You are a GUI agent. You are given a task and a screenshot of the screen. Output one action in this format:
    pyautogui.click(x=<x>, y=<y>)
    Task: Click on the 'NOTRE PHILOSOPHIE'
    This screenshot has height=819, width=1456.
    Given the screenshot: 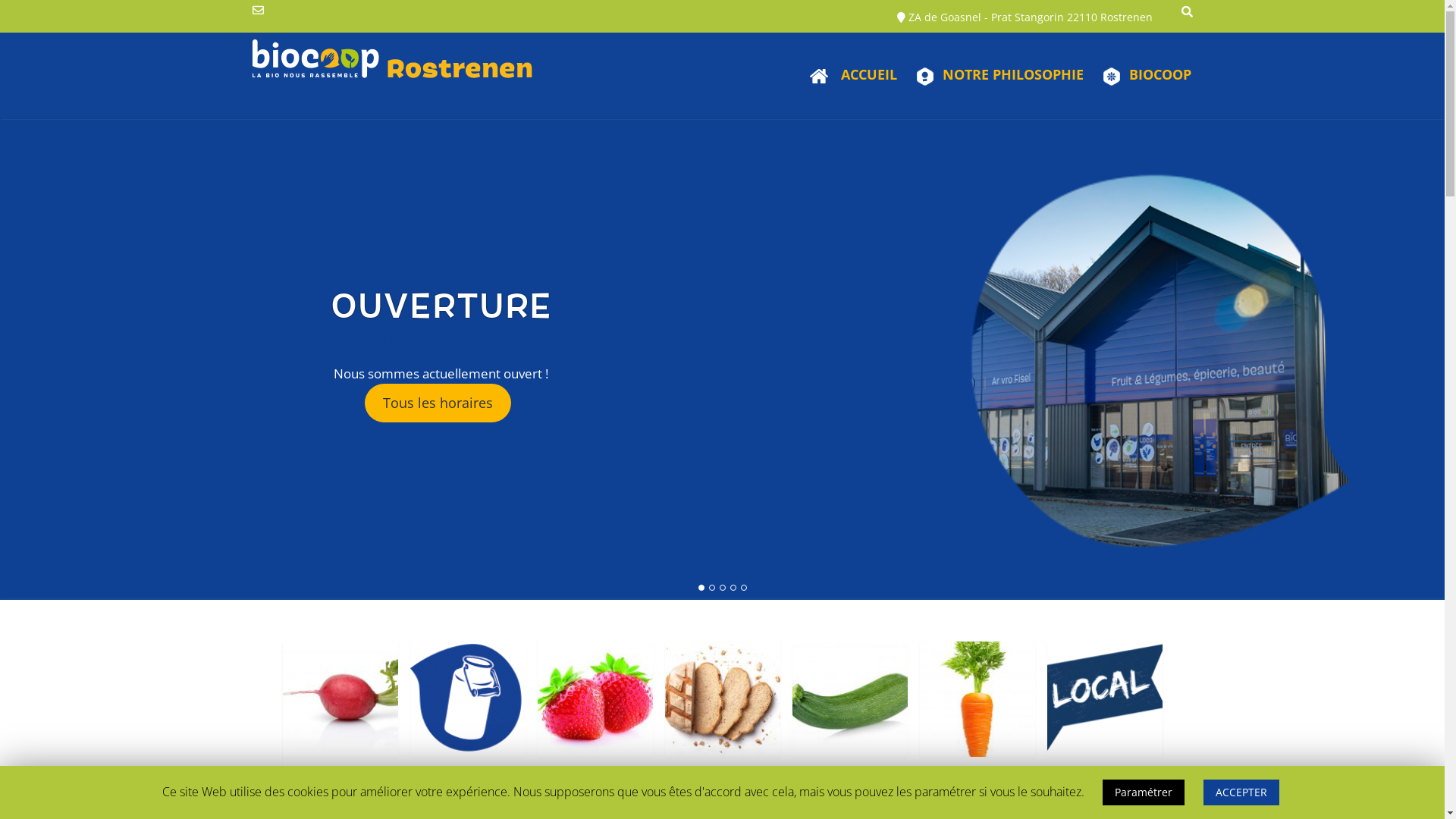 What is the action you would take?
    pyautogui.click(x=901, y=75)
    